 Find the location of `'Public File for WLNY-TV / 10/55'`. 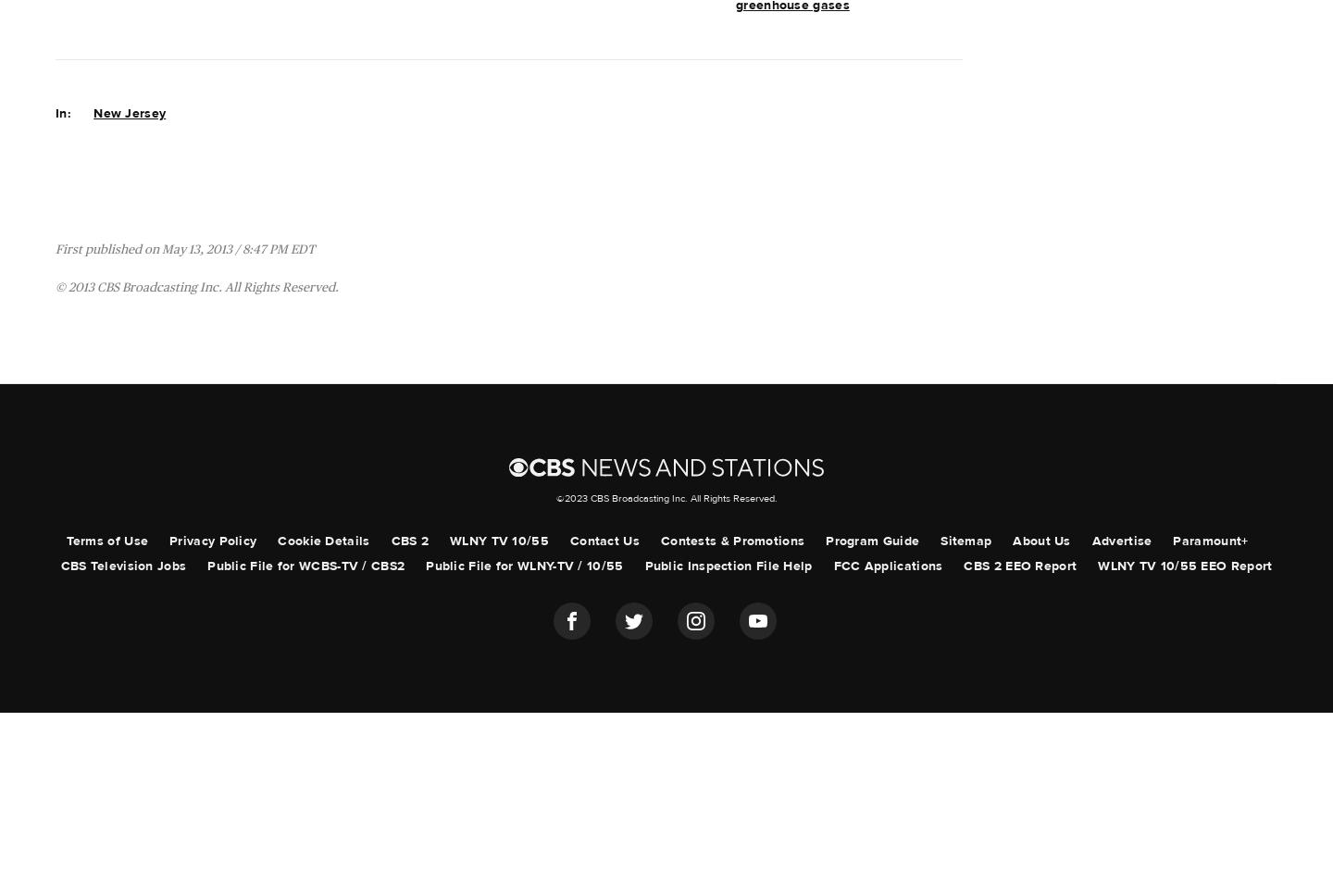

'Public File for WLNY-TV / 10/55' is located at coordinates (524, 565).